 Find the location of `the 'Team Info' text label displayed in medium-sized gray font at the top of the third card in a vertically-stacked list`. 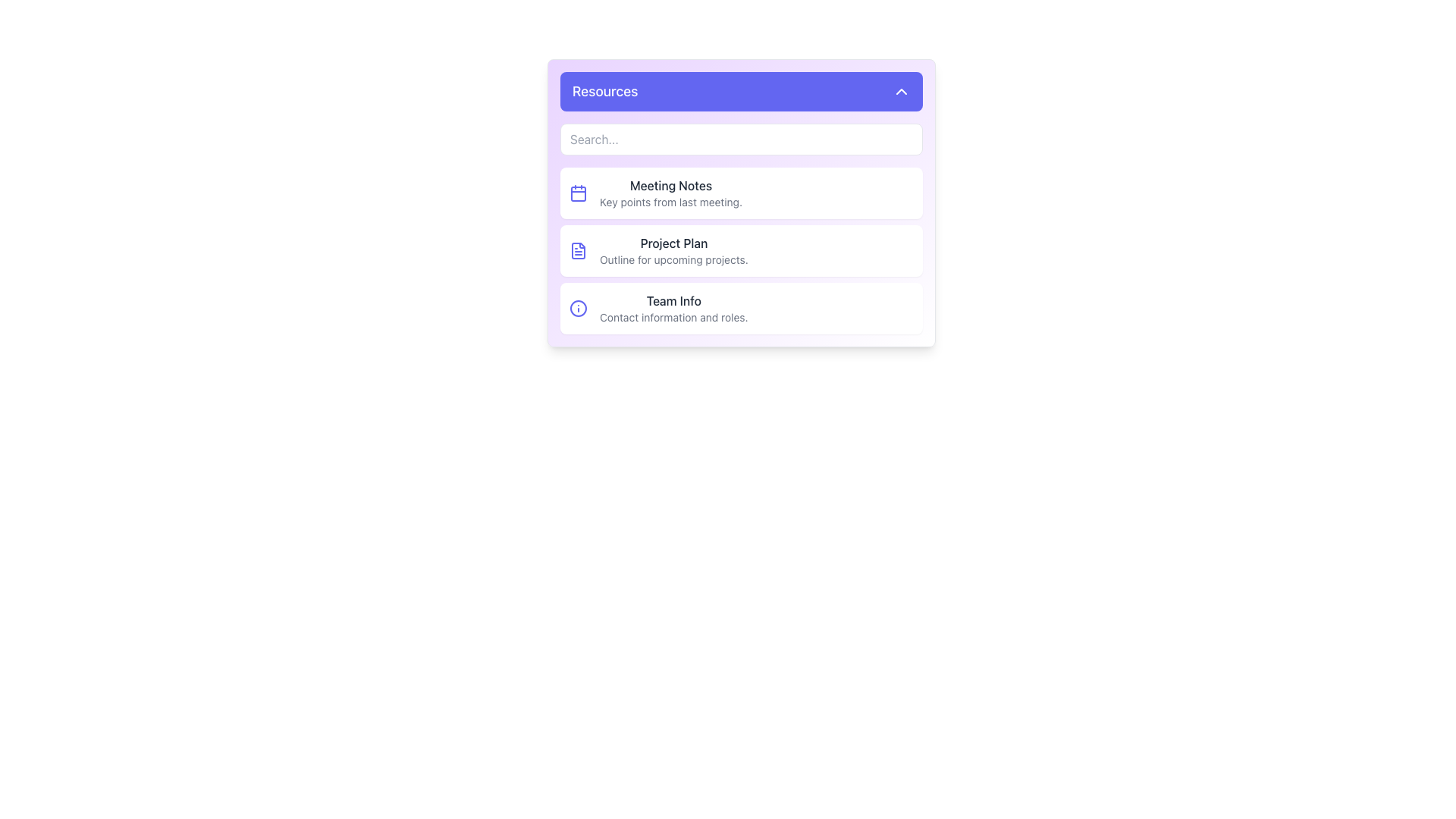

the 'Team Info' text label displayed in medium-sized gray font at the top of the third card in a vertically-stacked list is located at coordinates (673, 301).